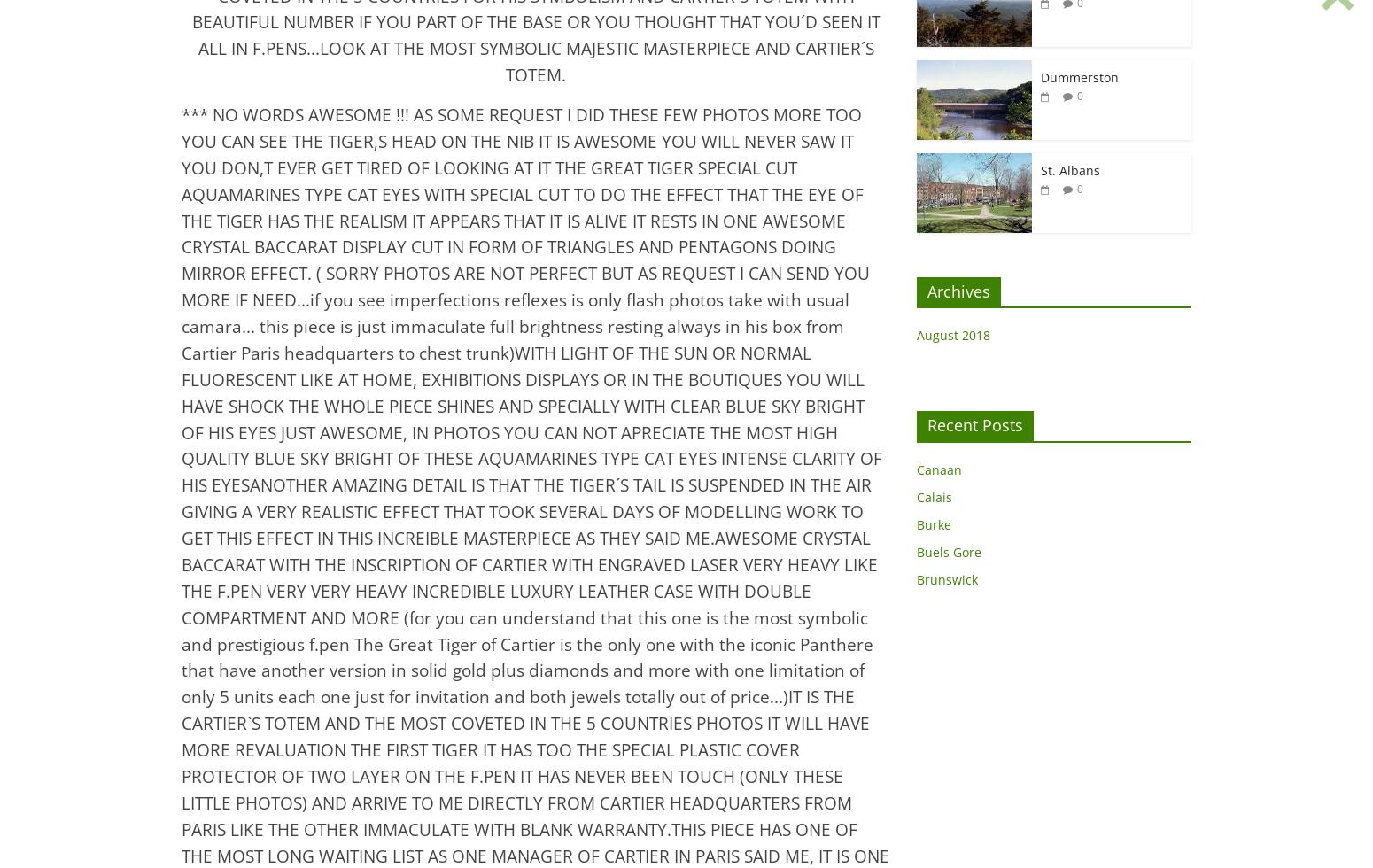 The image size is (1373, 868). What do you see at coordinates (934, 497) in the screenshot?
I see `'Calais'` at bounding box center [934, 497].